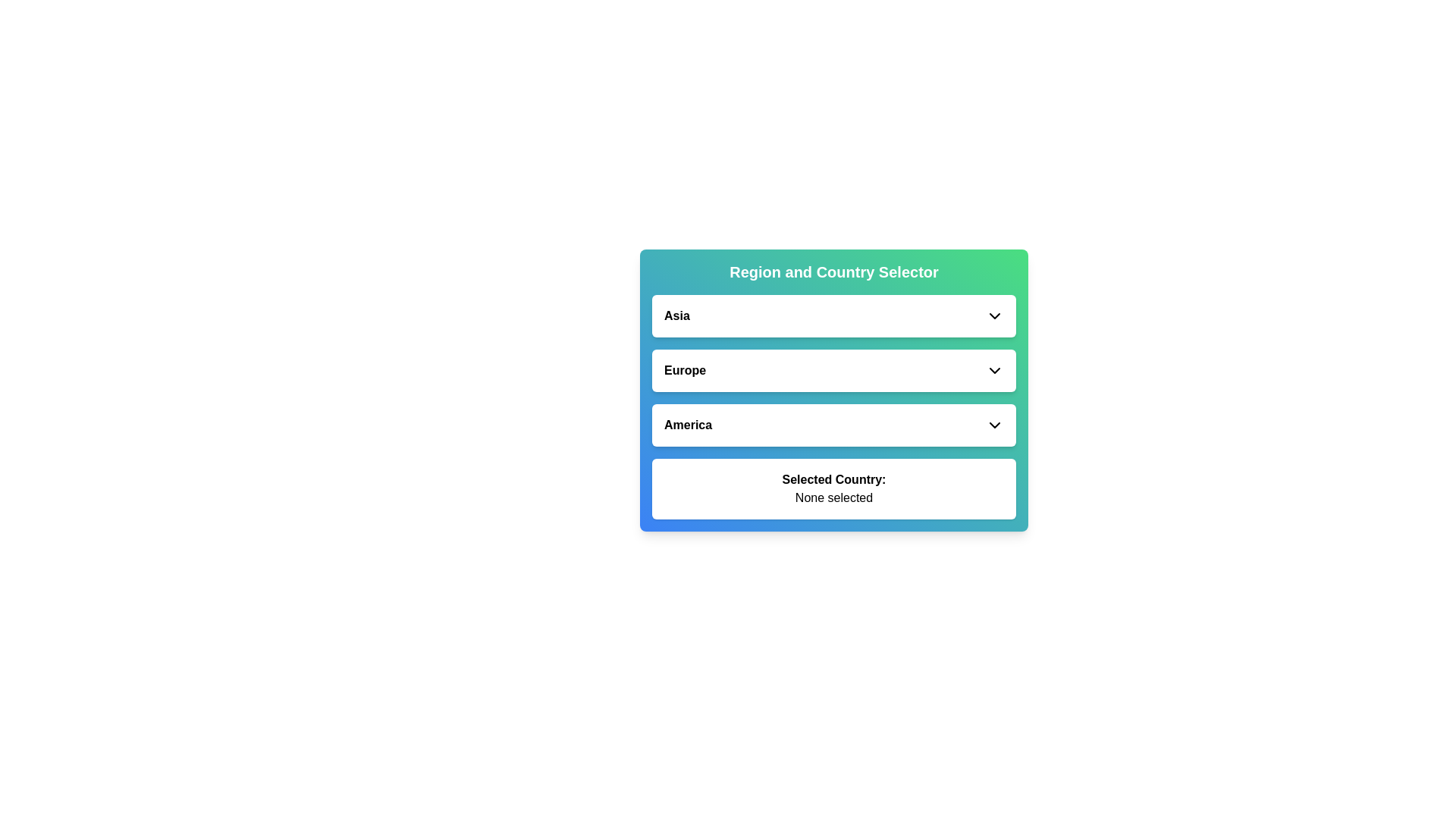 This screenshot has width=1456, height=819. Describe the element at coordinates (676, 315) in the screenshot. I see `bold text label displaying 'Asia' located in the first dropdown menu, which is left-aligned next to a chevron-down icon` at that location.